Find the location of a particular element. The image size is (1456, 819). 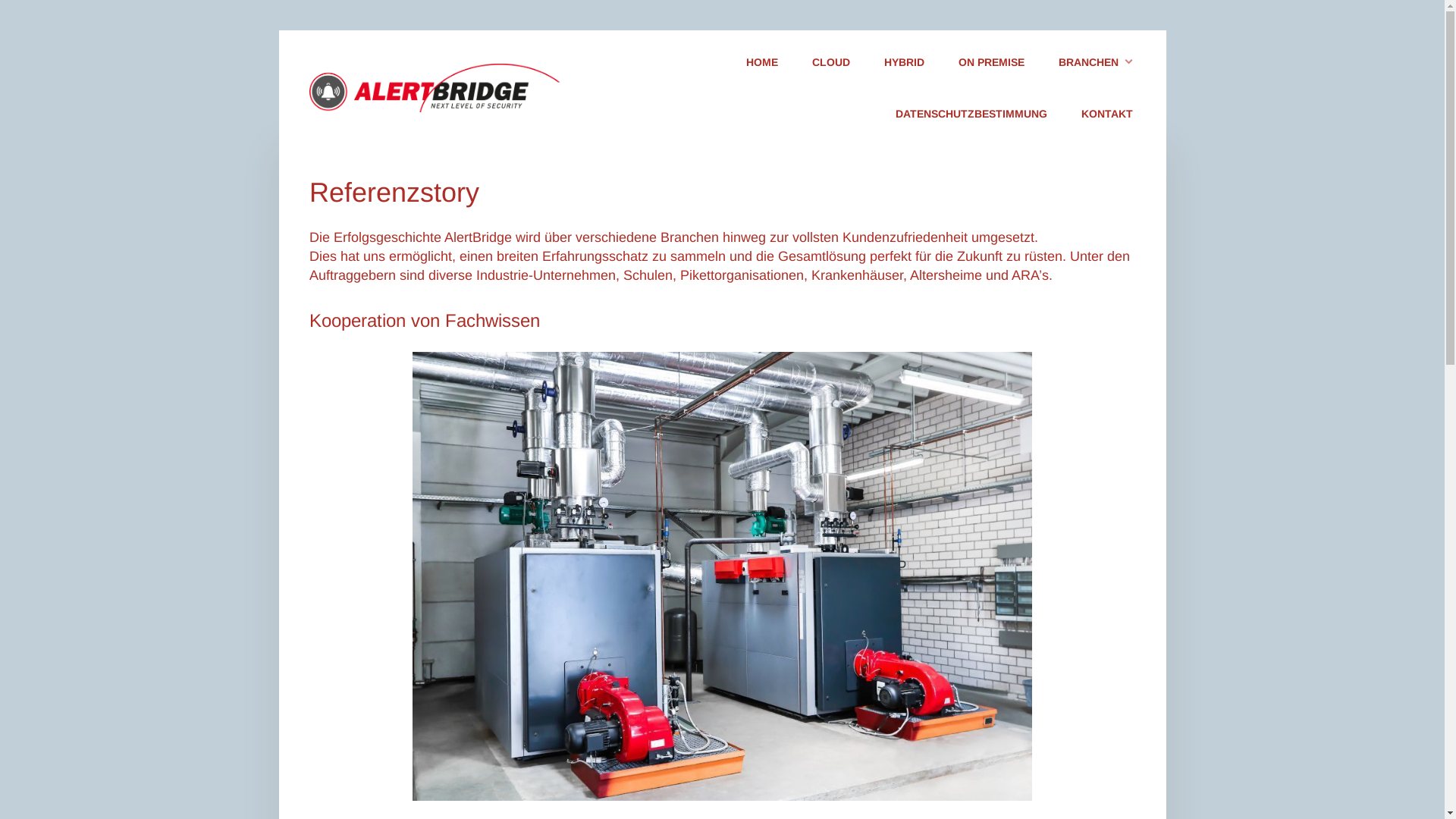

'DATENSCHUTZBESTIMMUNG' is located at coordinates (971, 114).